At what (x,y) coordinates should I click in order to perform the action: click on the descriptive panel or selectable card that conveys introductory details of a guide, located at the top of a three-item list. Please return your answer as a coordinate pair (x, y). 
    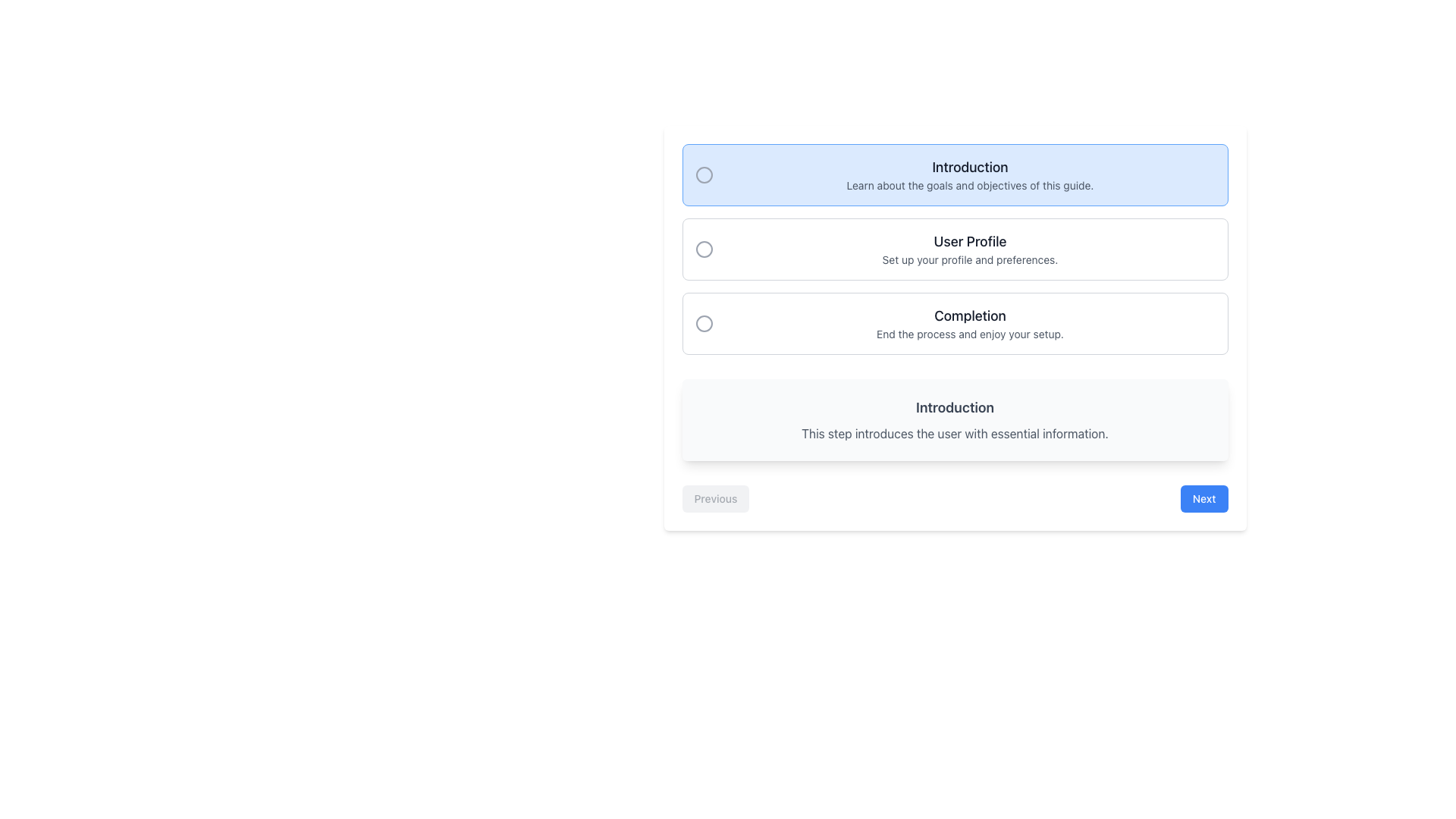
    Looking at the image, I should click on (954, 174).